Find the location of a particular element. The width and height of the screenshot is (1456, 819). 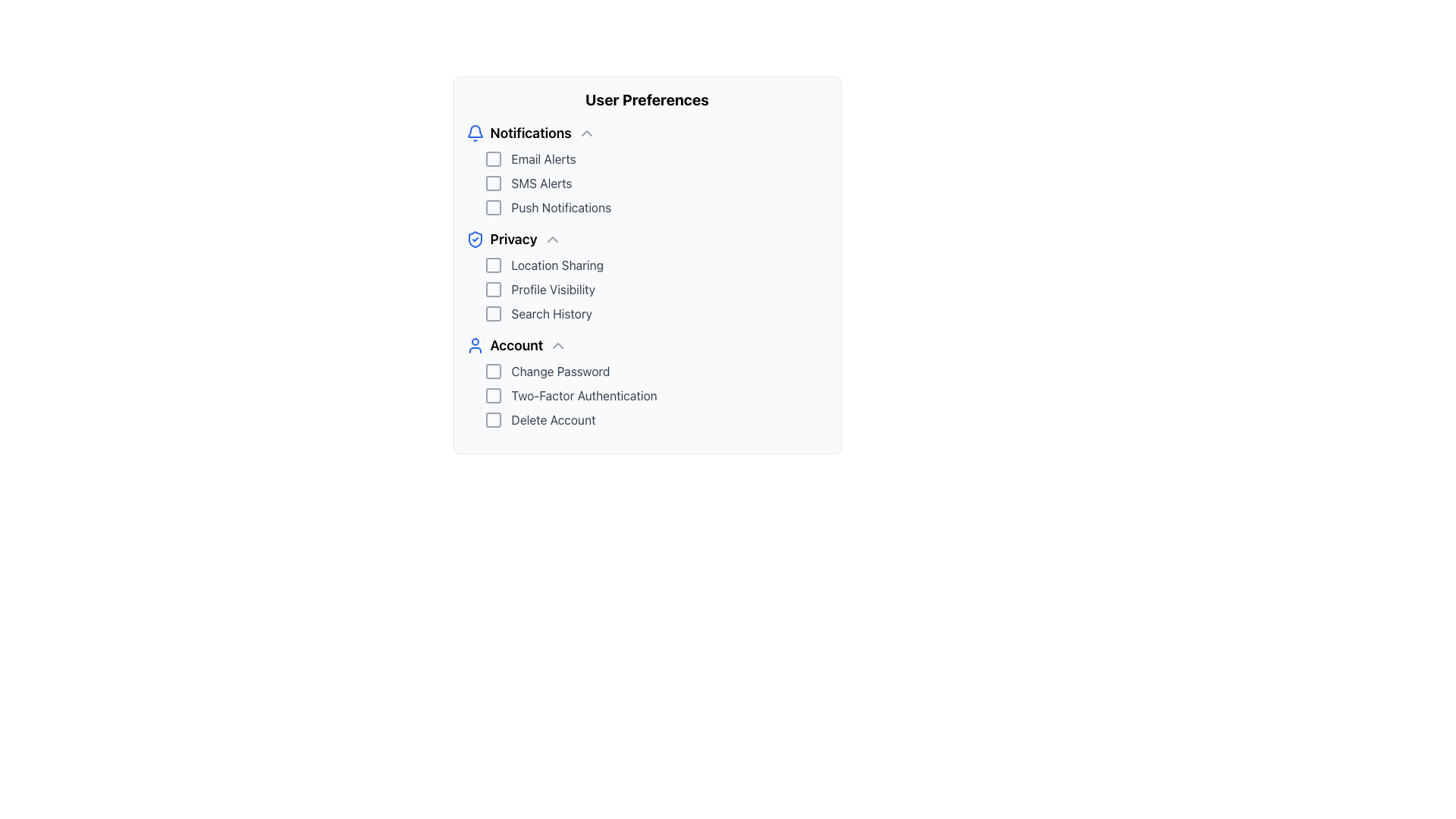

text label that says 'SMS Alerts', which is styled in gray font and located beside a checkbox in the user preferences panel under Notifications is located at coordinates (541, 183).